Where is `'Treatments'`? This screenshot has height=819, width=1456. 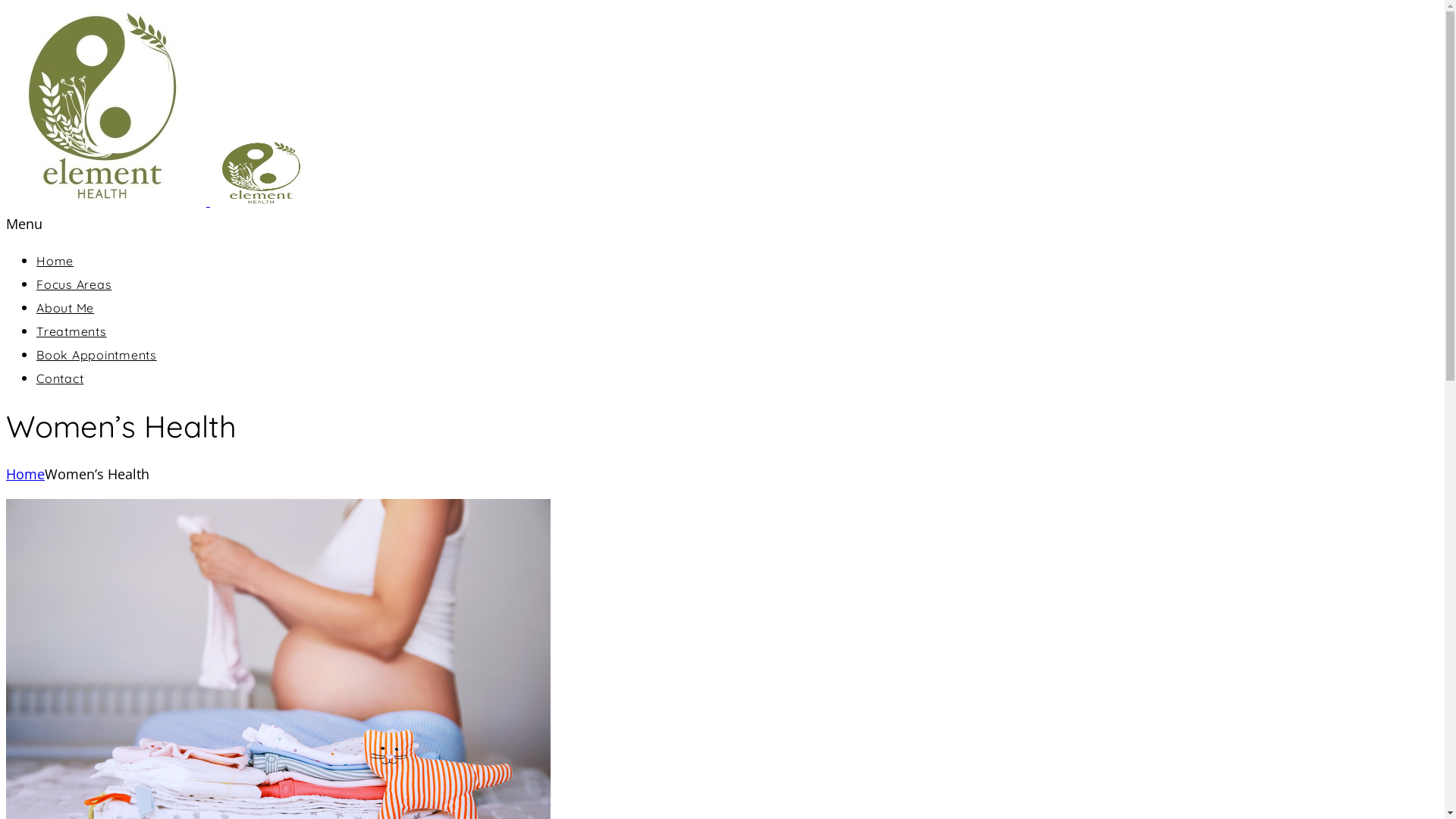
'Treatments' is located at coordinates (71, 330).